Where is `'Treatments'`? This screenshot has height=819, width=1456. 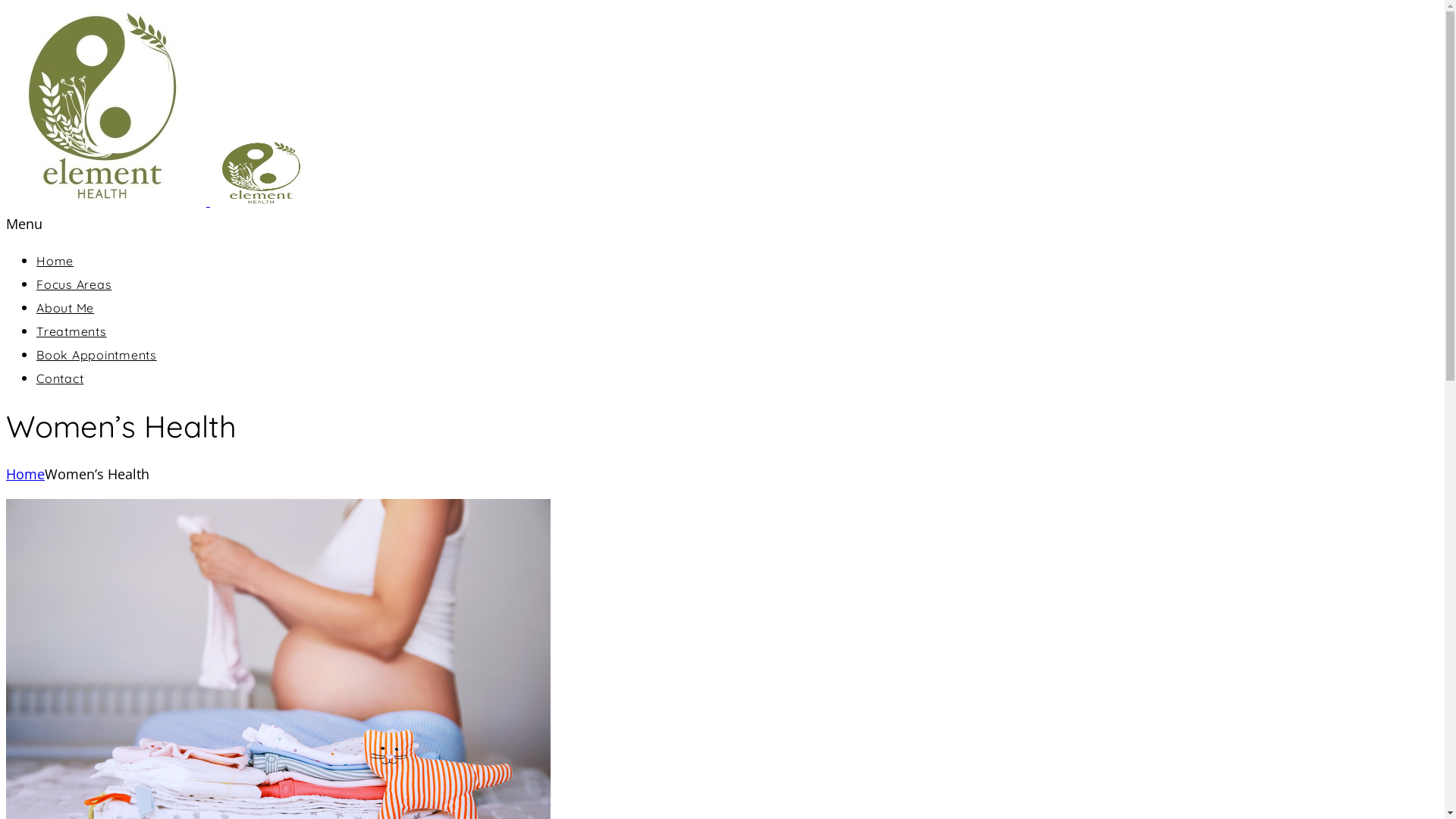
'Treatments' is located at coordinates (71, 330).